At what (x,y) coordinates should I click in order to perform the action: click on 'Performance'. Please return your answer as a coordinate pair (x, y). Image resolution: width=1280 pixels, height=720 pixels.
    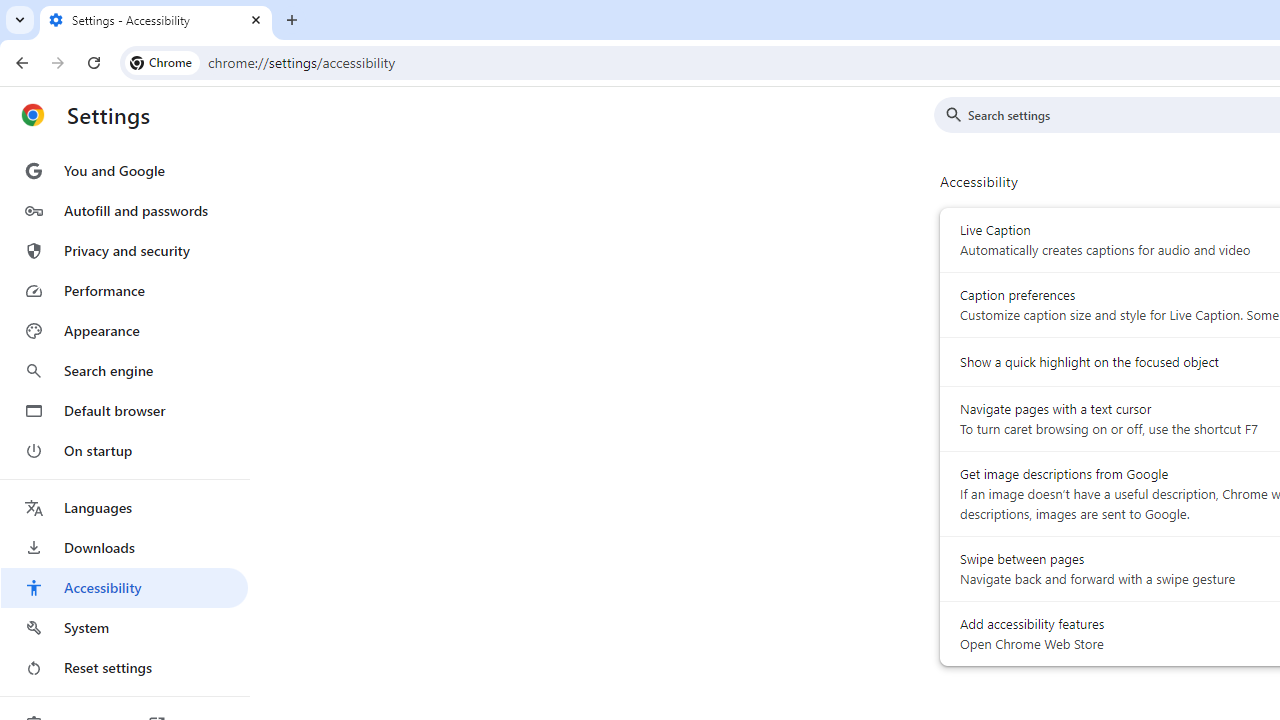
    Looking at the image, I should click on (123, 290).